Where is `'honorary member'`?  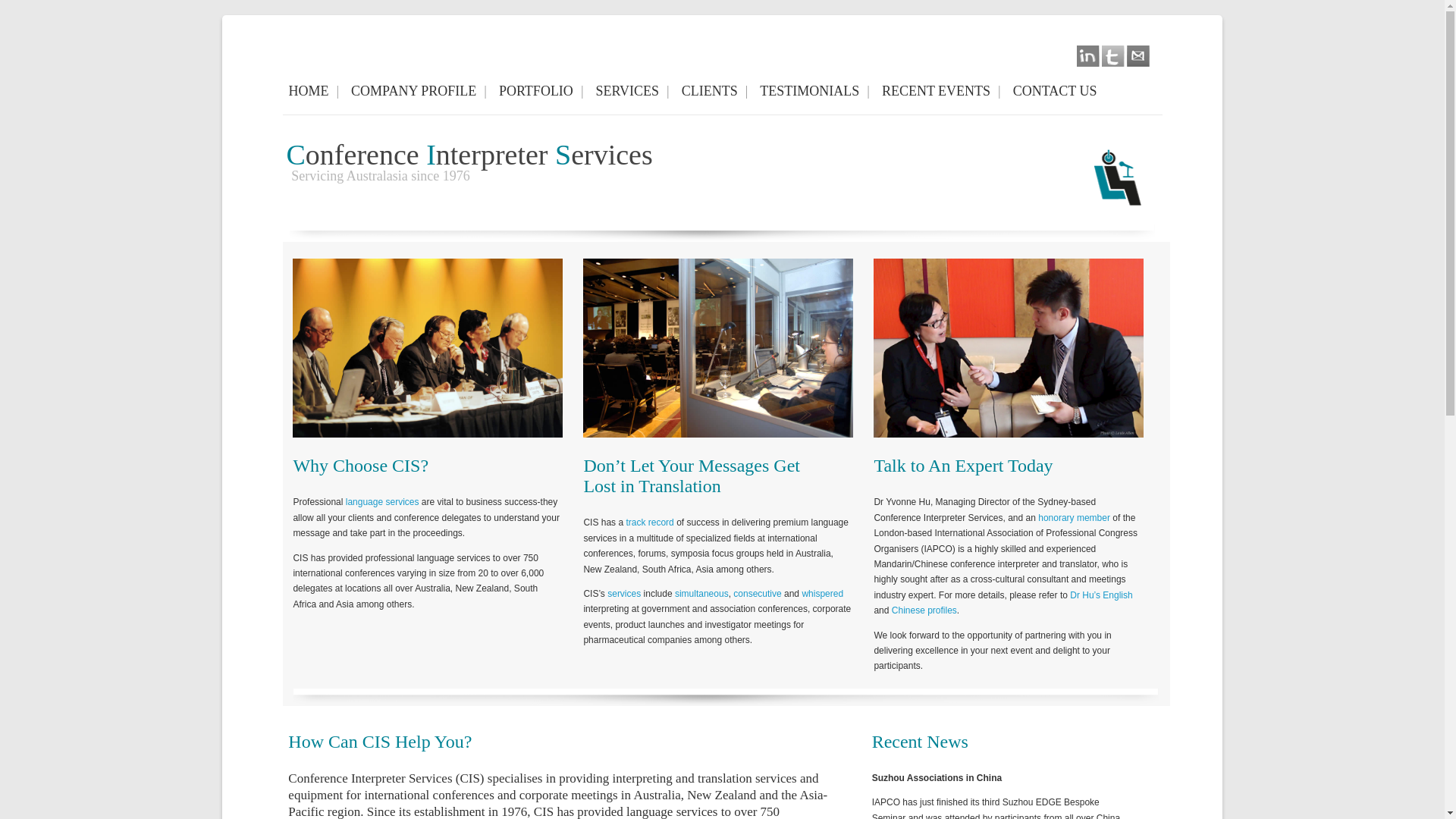 'honorary member' is located at coordinates (1073, 516).